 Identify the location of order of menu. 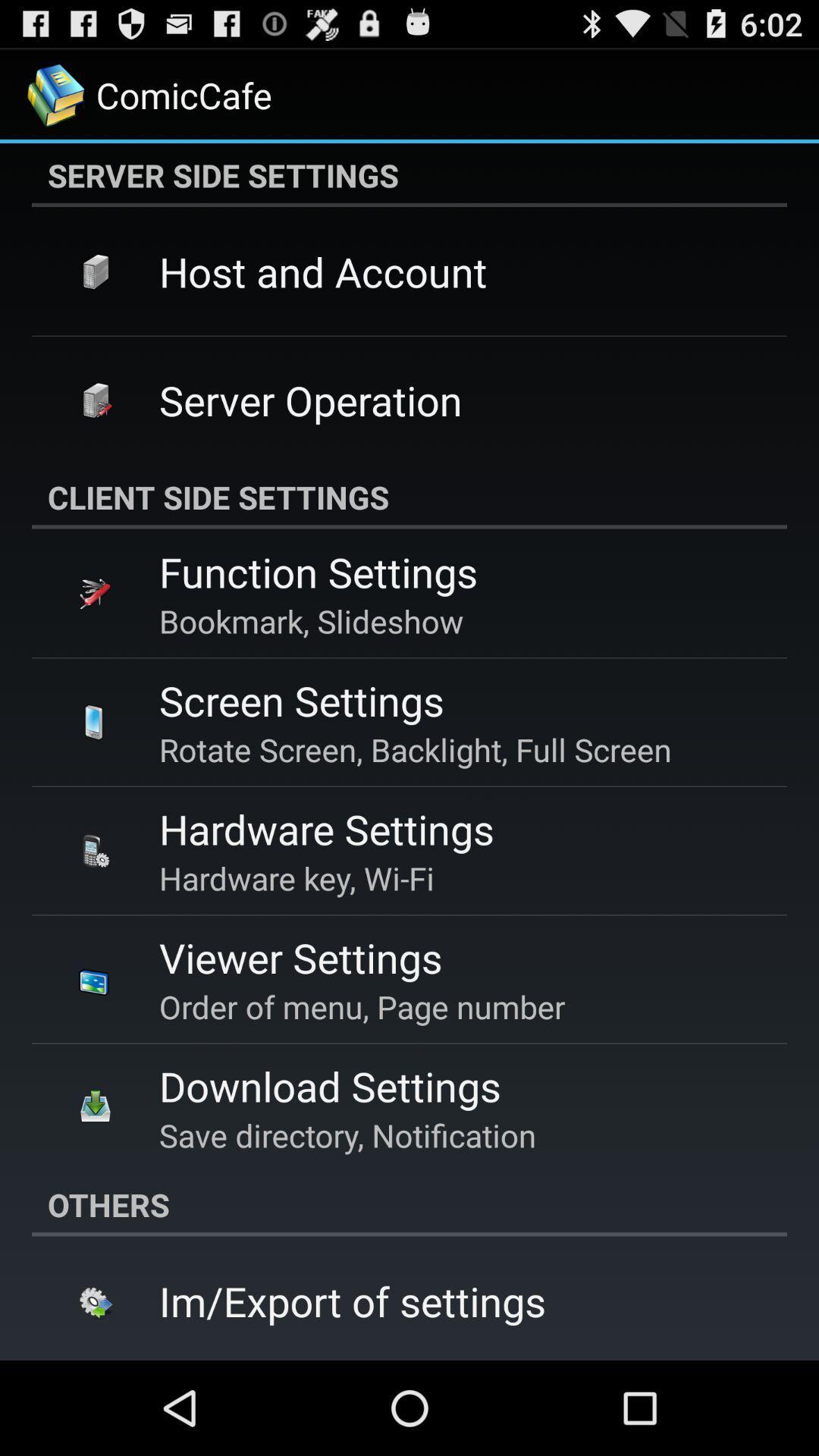
(362, 1006).